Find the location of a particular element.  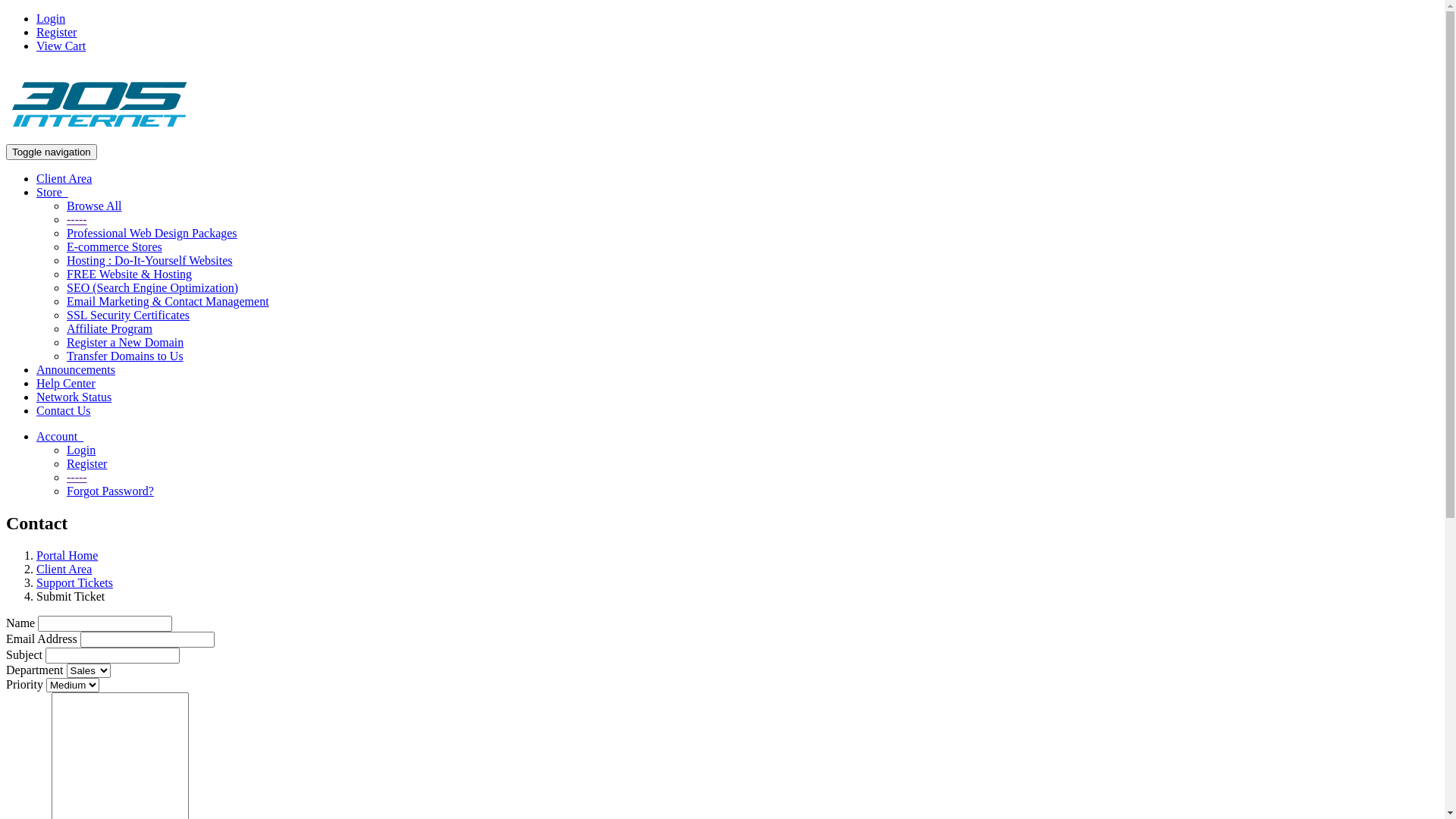

'Toggle navigation' is located at coordinates (51, 152).